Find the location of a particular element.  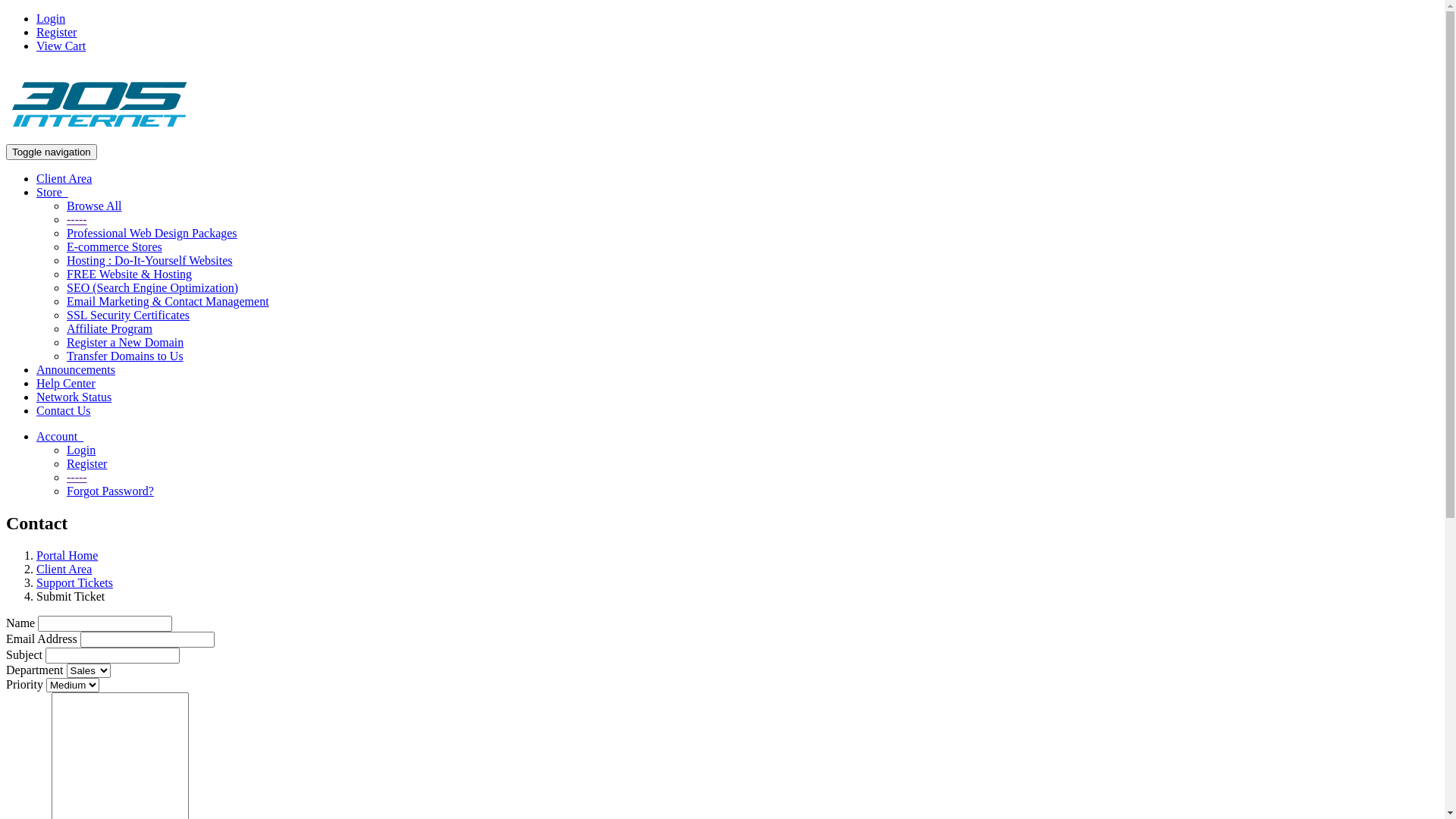

'Toggle navigation' is located at coordinates (51, 152).